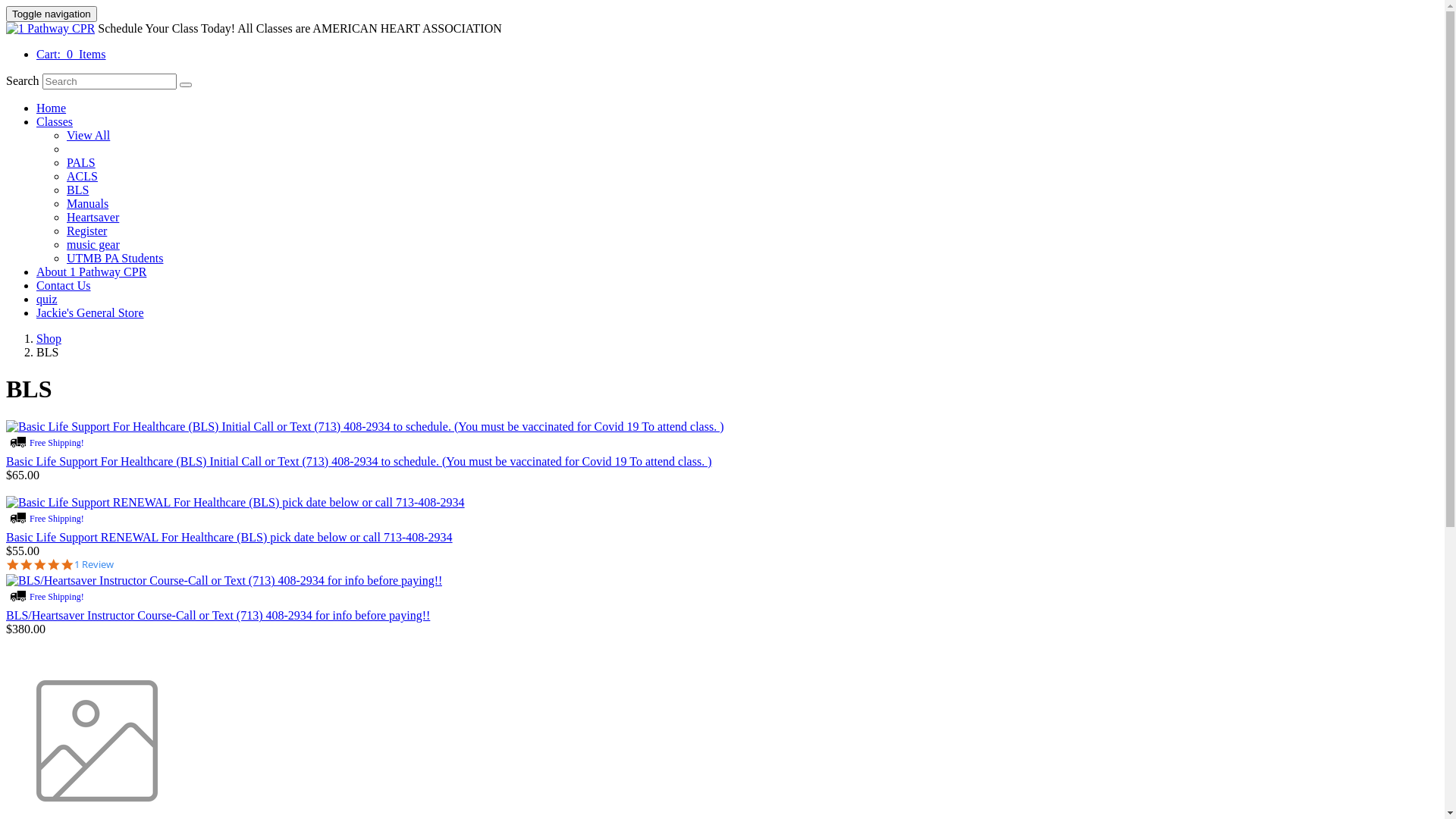 This screenshot has width=1456, height=819. What do you see at coordinates (90, 271) in the screenshot?
I see `'About 1 Pathway CPR'` at bounding box center [90, 271].